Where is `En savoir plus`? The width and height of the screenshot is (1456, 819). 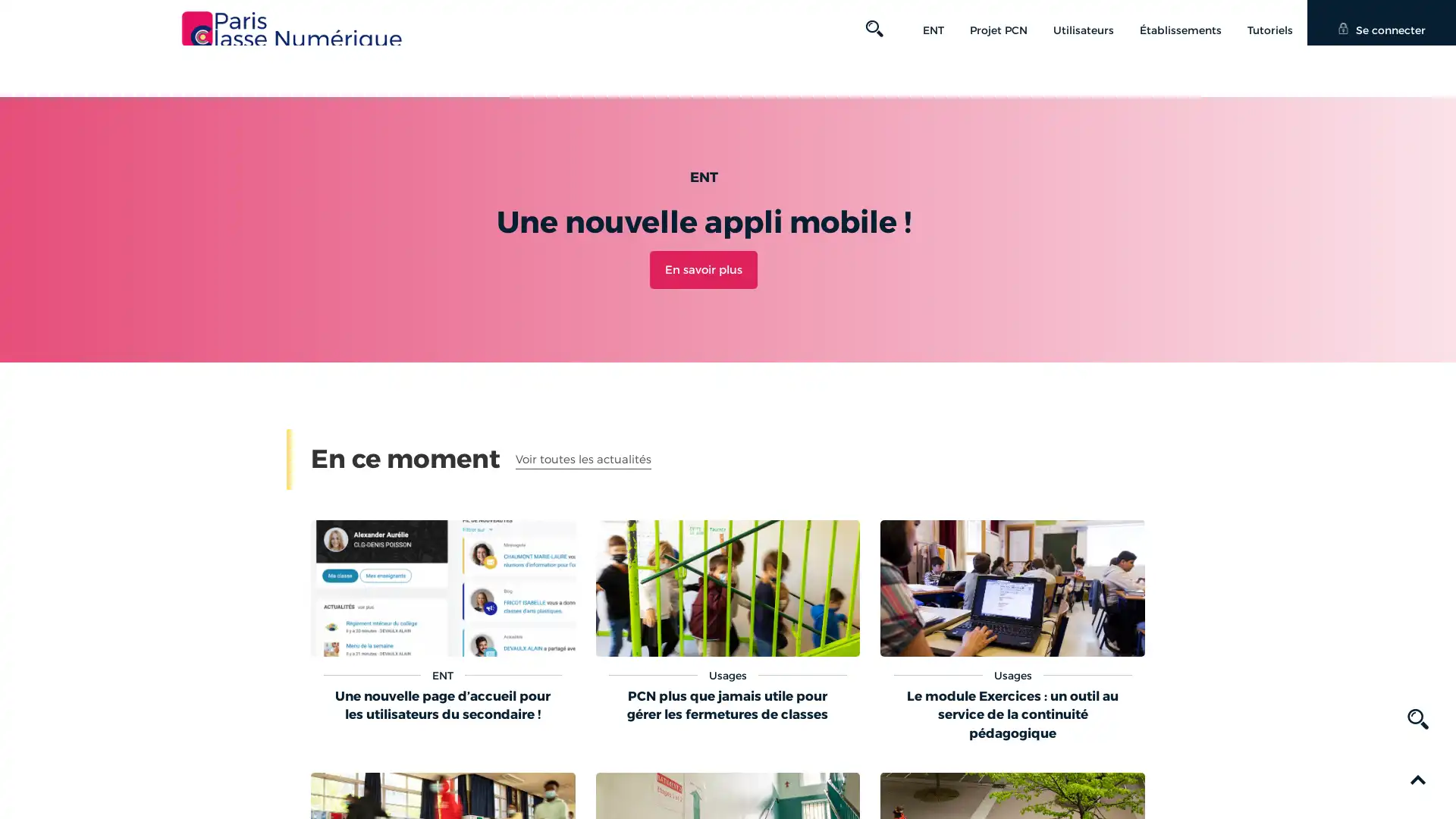
En savoir plus is located at coordinates (702, 268).